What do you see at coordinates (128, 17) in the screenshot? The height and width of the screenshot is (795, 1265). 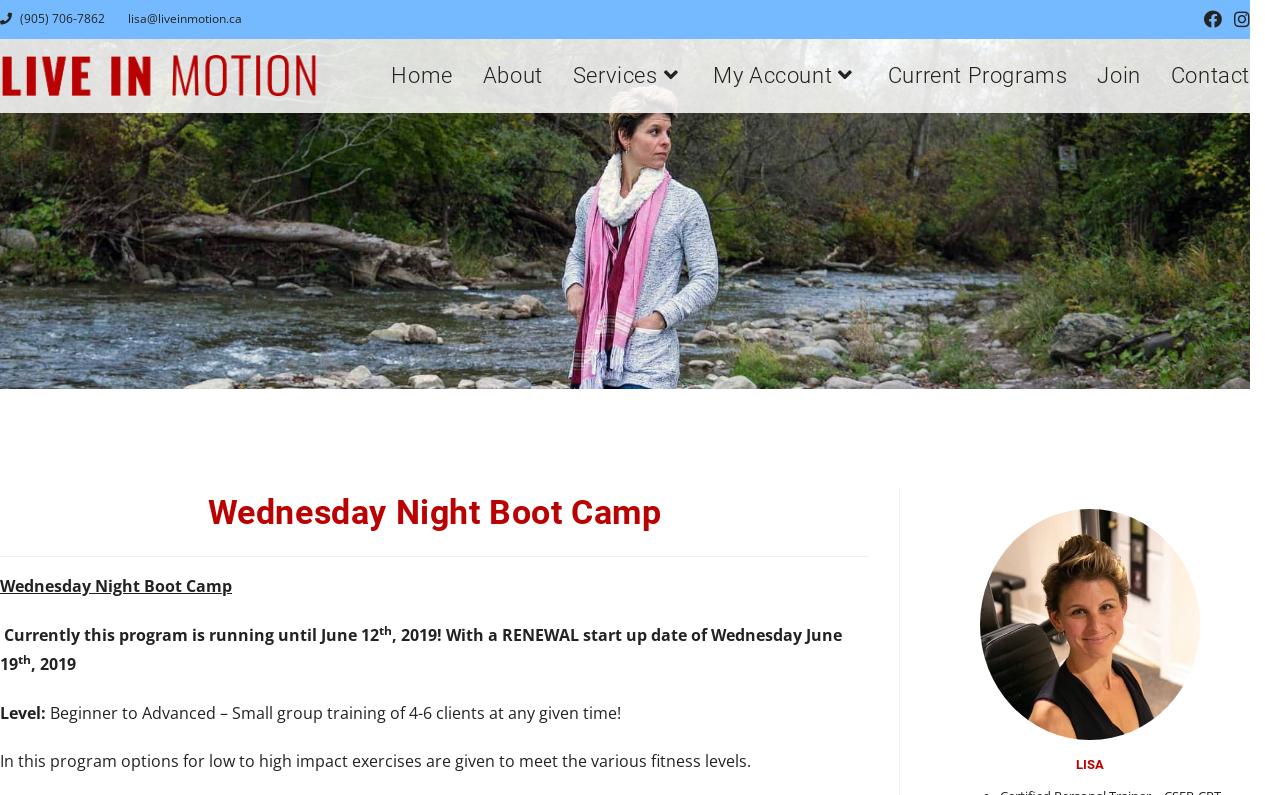 I see `'lisa@liveinmotion.ca'` at bounding box center [128, 17].